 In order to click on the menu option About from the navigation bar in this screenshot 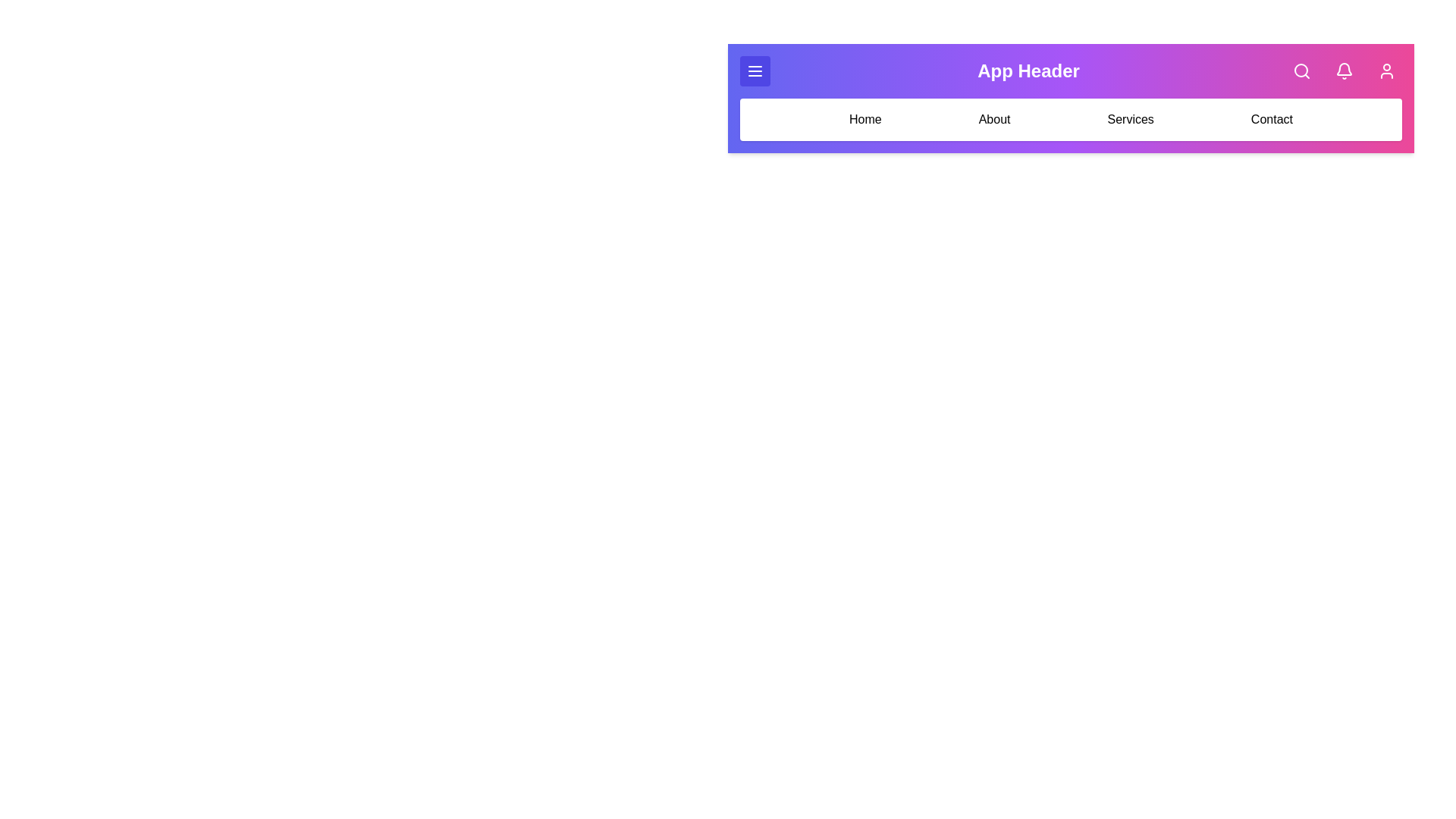, I will do `click(994, 119)`.